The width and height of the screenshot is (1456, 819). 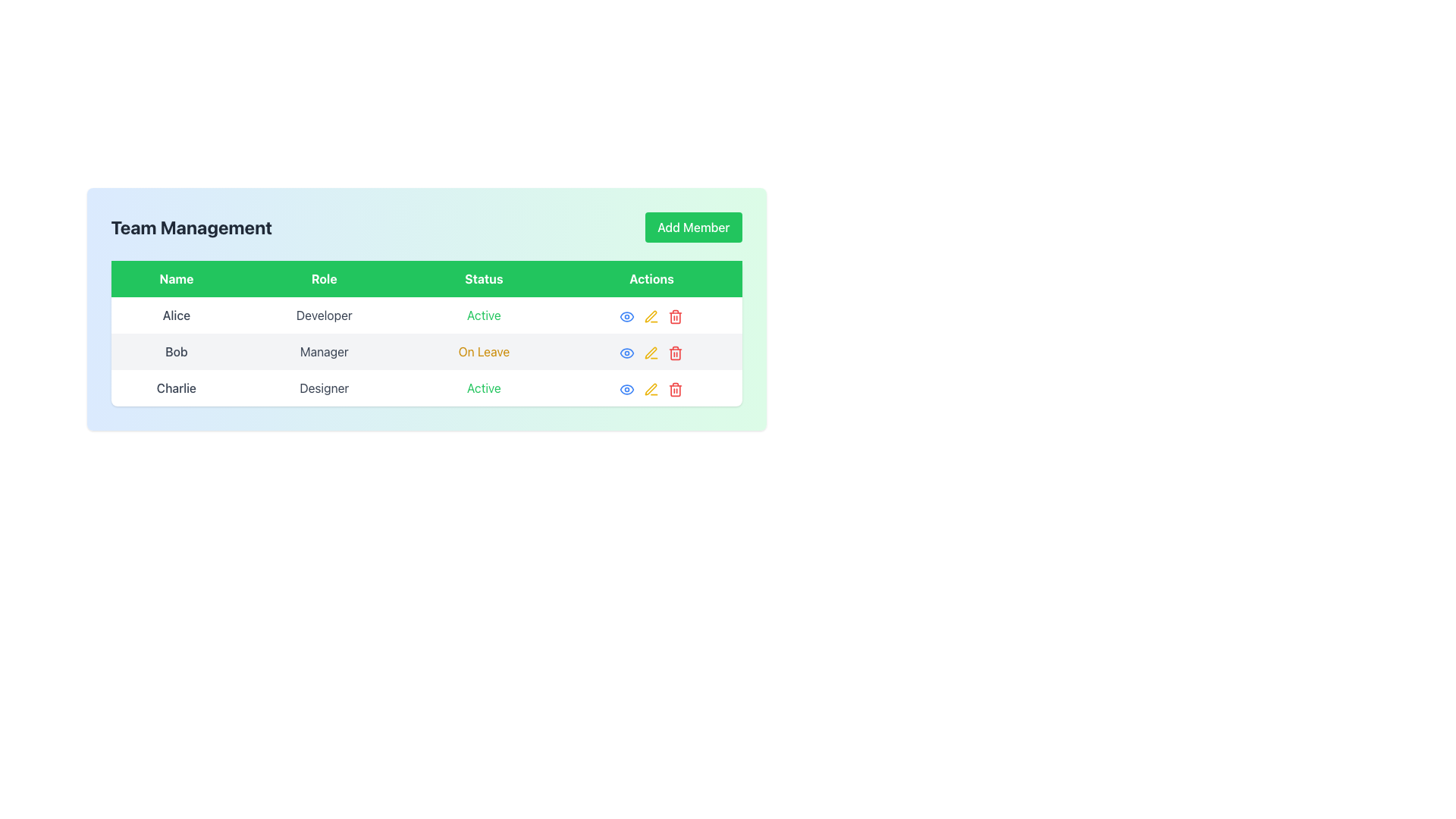 I want to click on the yellow pen-like icon in the 'Actions' column corresponding to Bob's information, so click(x=651, y=315).